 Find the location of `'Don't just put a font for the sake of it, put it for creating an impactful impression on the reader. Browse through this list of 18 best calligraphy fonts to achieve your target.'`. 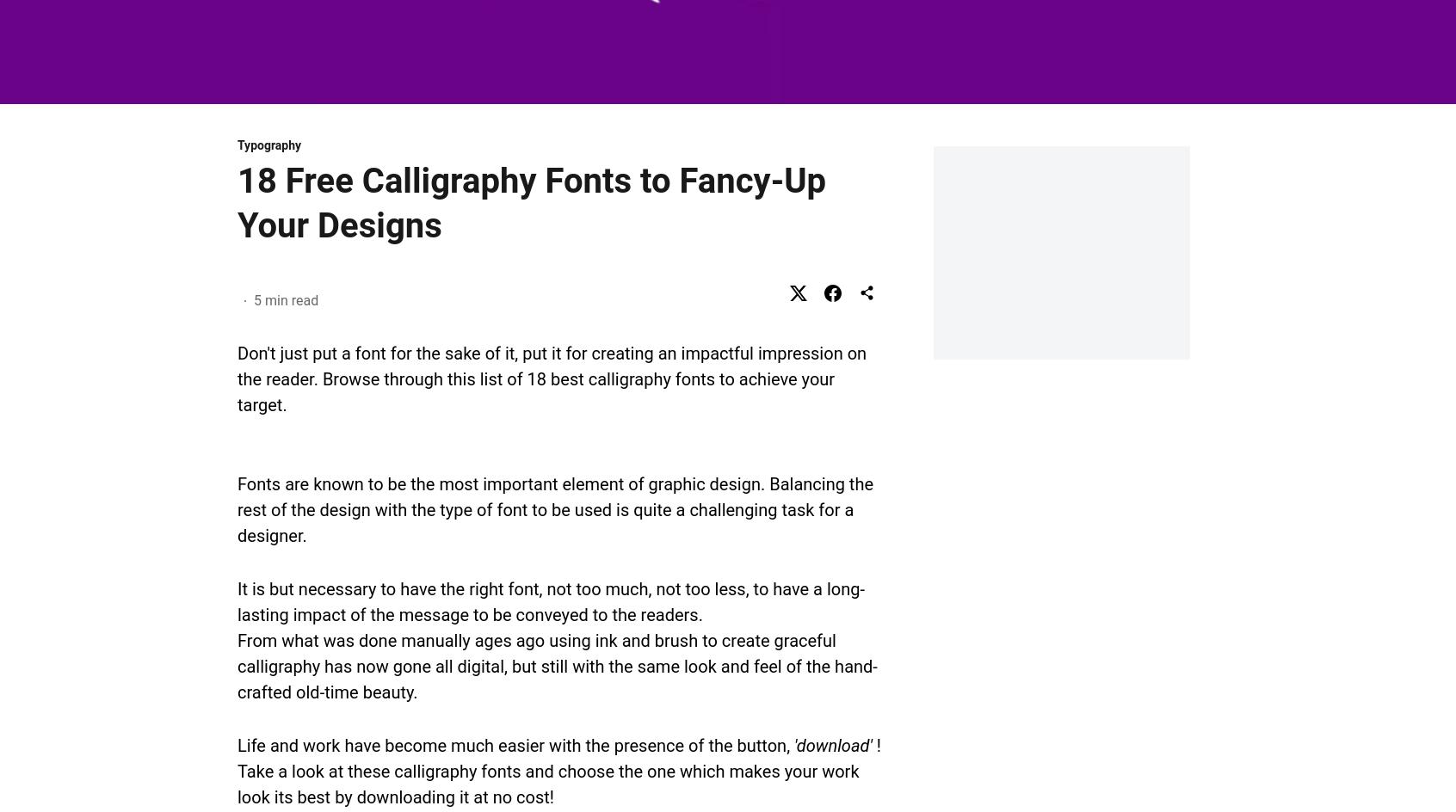

'Don't just put a font for the sake of it, put it for creating an impactful impression on the reader. Browse through this list of 18 best calligraphy fonts to achieve your target.' is located at coordinates (552, 377).